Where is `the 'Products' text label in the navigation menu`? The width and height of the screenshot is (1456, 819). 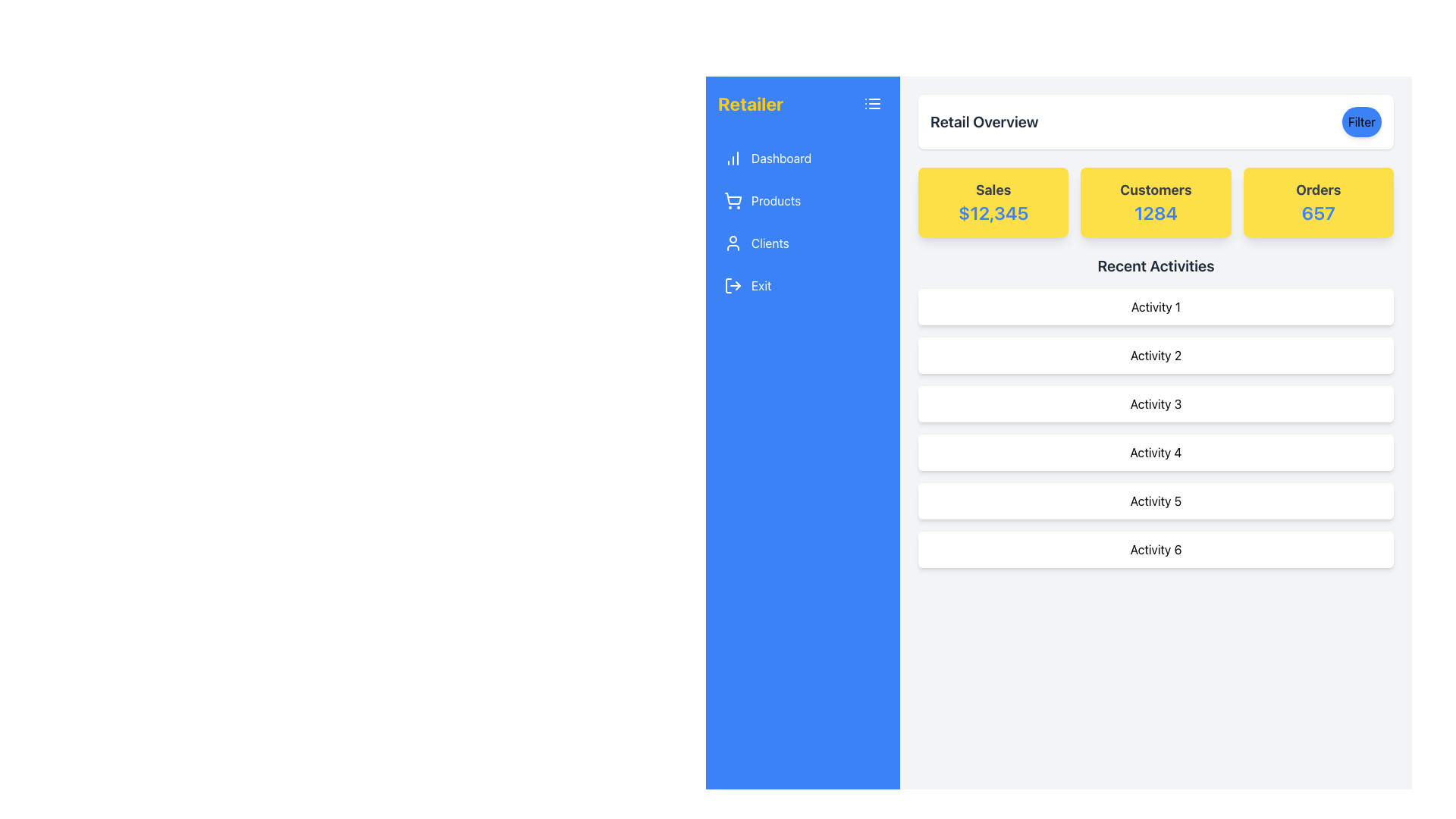
the 'Products' text label in the navigation menu is located at coordinates (776, 200).